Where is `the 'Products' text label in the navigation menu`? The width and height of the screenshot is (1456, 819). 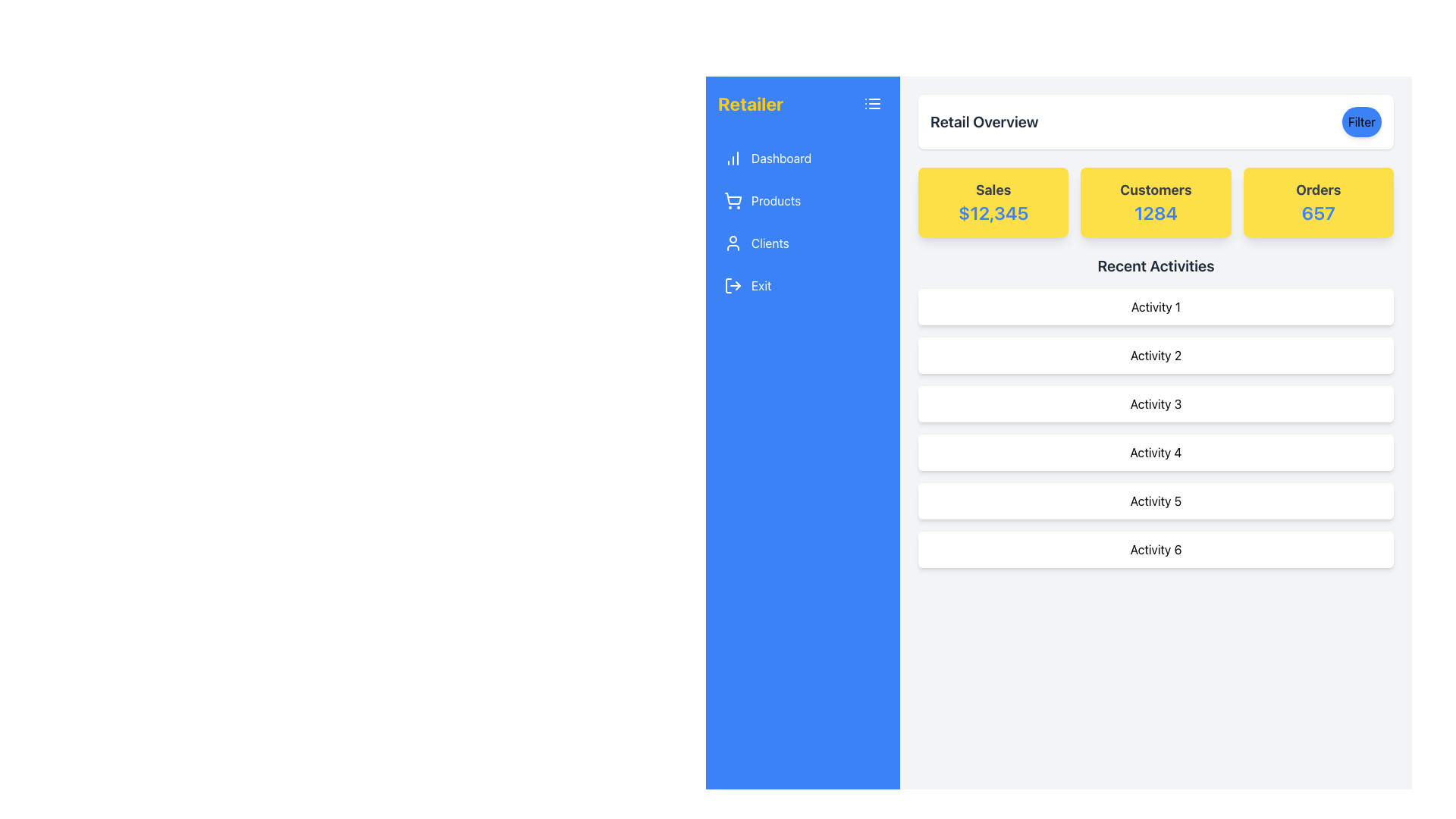
the 'Products' text label in the navigation menu is located at coordinates (776, 200).